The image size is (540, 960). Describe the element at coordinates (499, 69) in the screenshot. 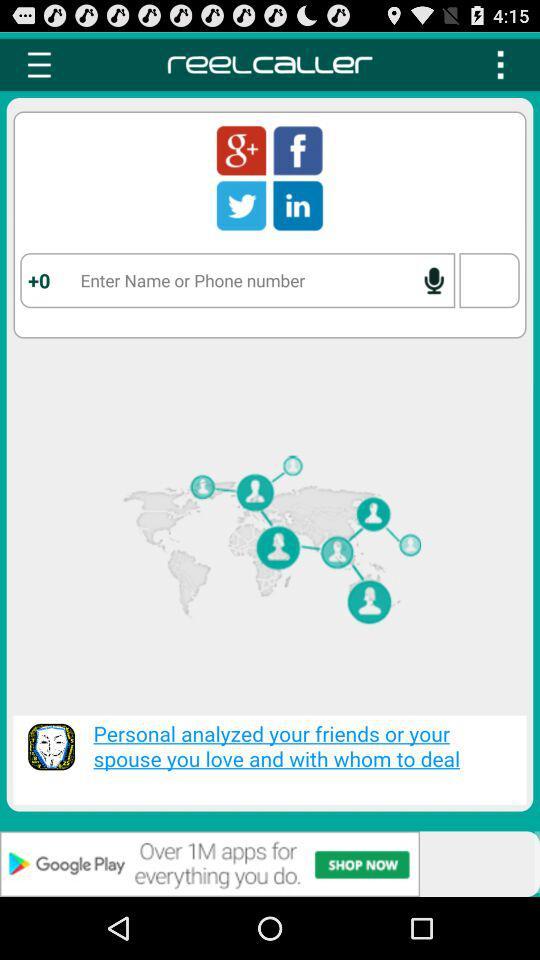

I see `the more icon` at that location.